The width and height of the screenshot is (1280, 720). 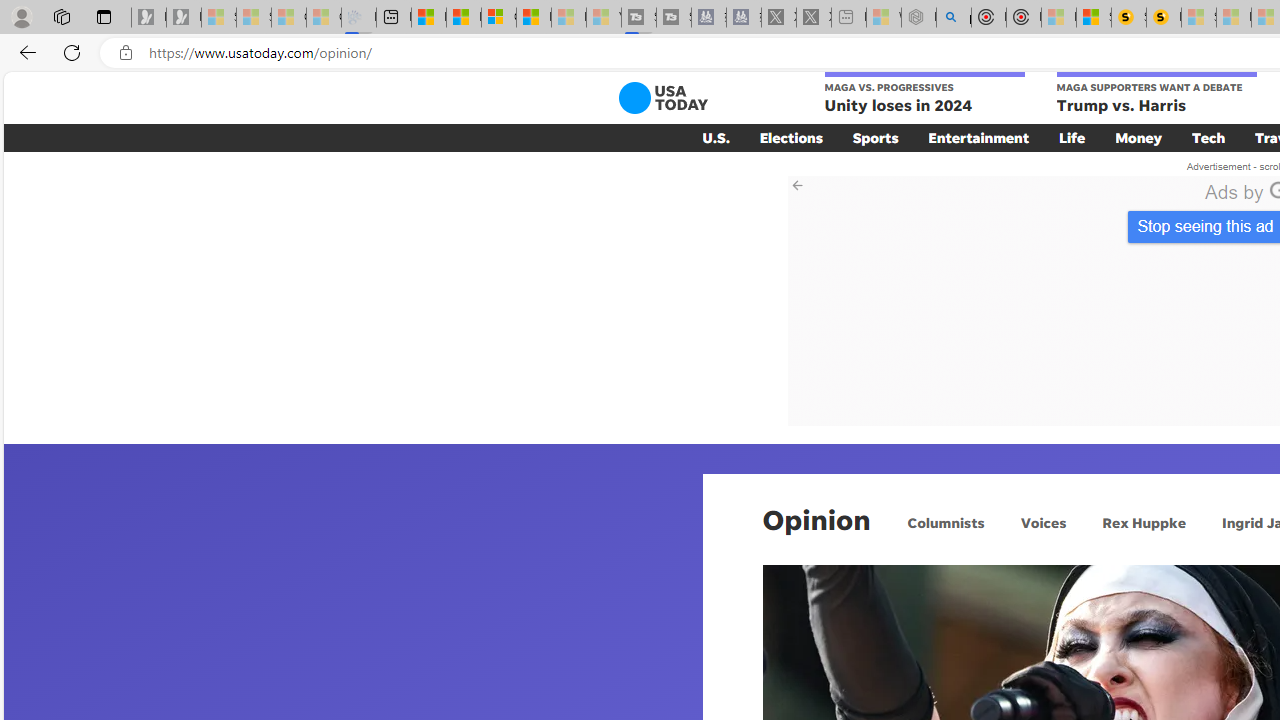 I want to click on 'Elections', so click(x=790, y=136).